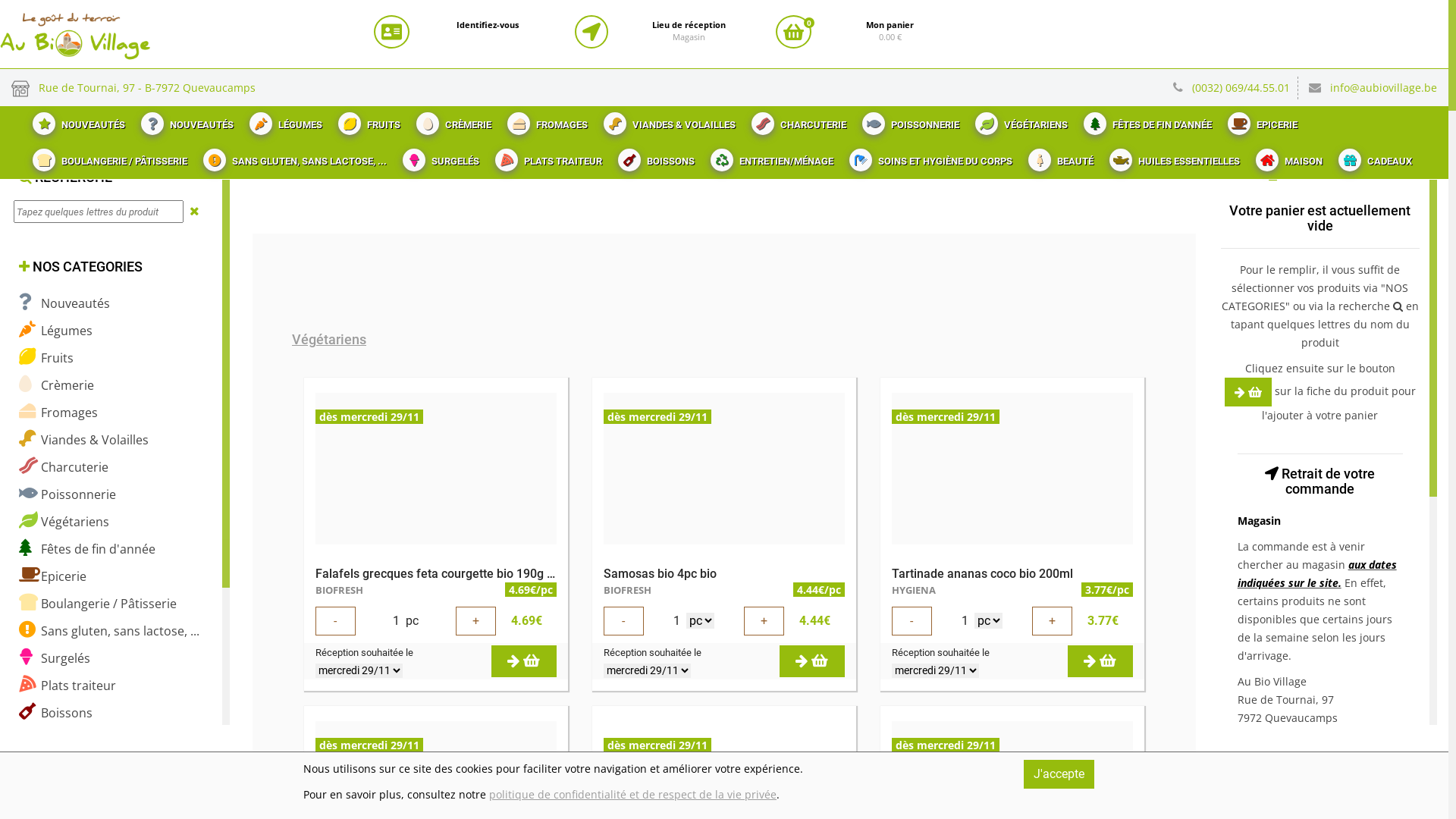 The height and width of the screenshot is (819, 1456). Describe the element at coordinates (367, 119) in the screenshot. I see `'FRUITS'` at that location.